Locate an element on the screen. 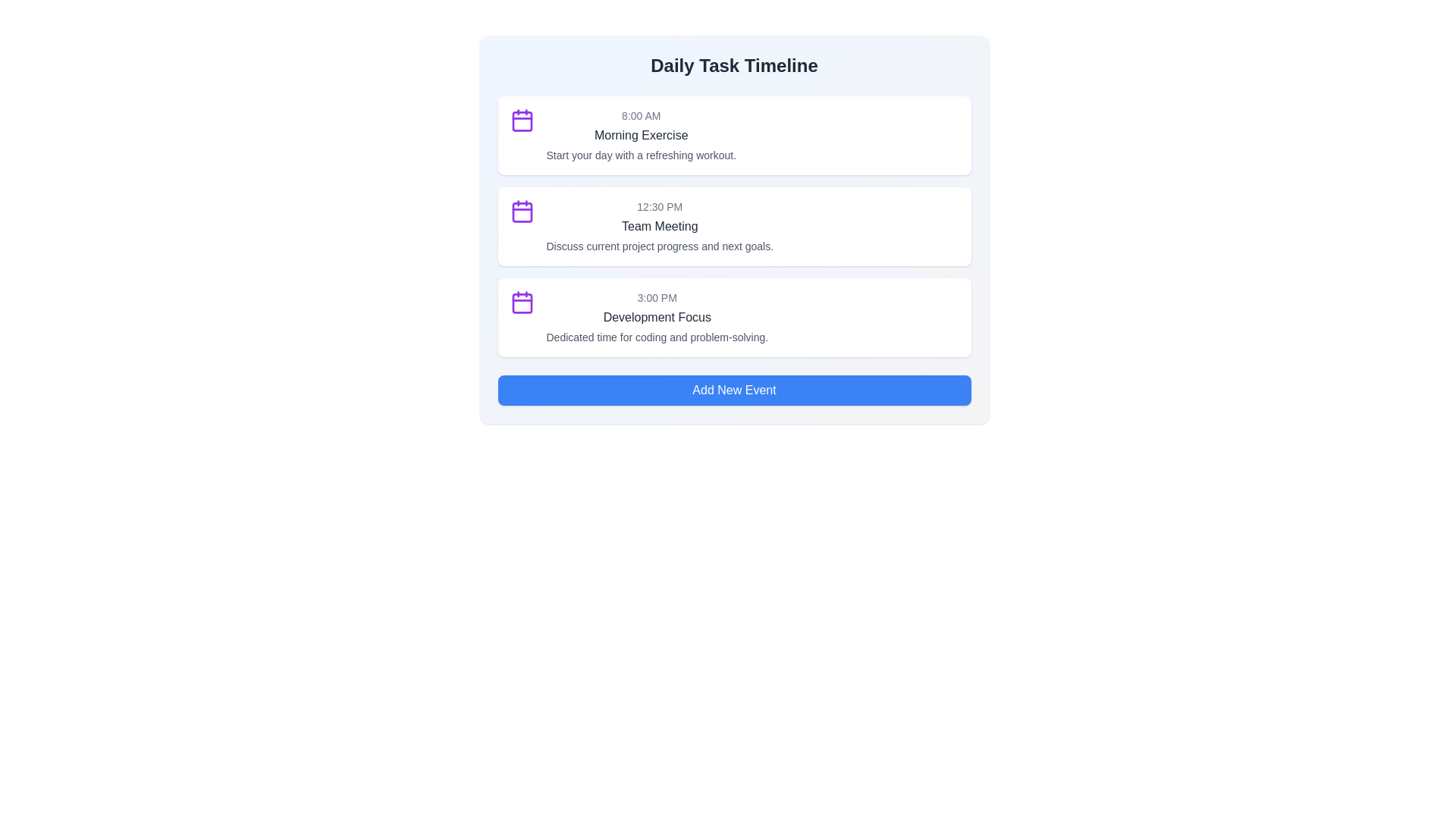  text element serving as a title or header for the associated event, located between the timestamp '8:00 AM' and the description 'Start your day with a refreshing workout.' is located at coordinates (641, 134).